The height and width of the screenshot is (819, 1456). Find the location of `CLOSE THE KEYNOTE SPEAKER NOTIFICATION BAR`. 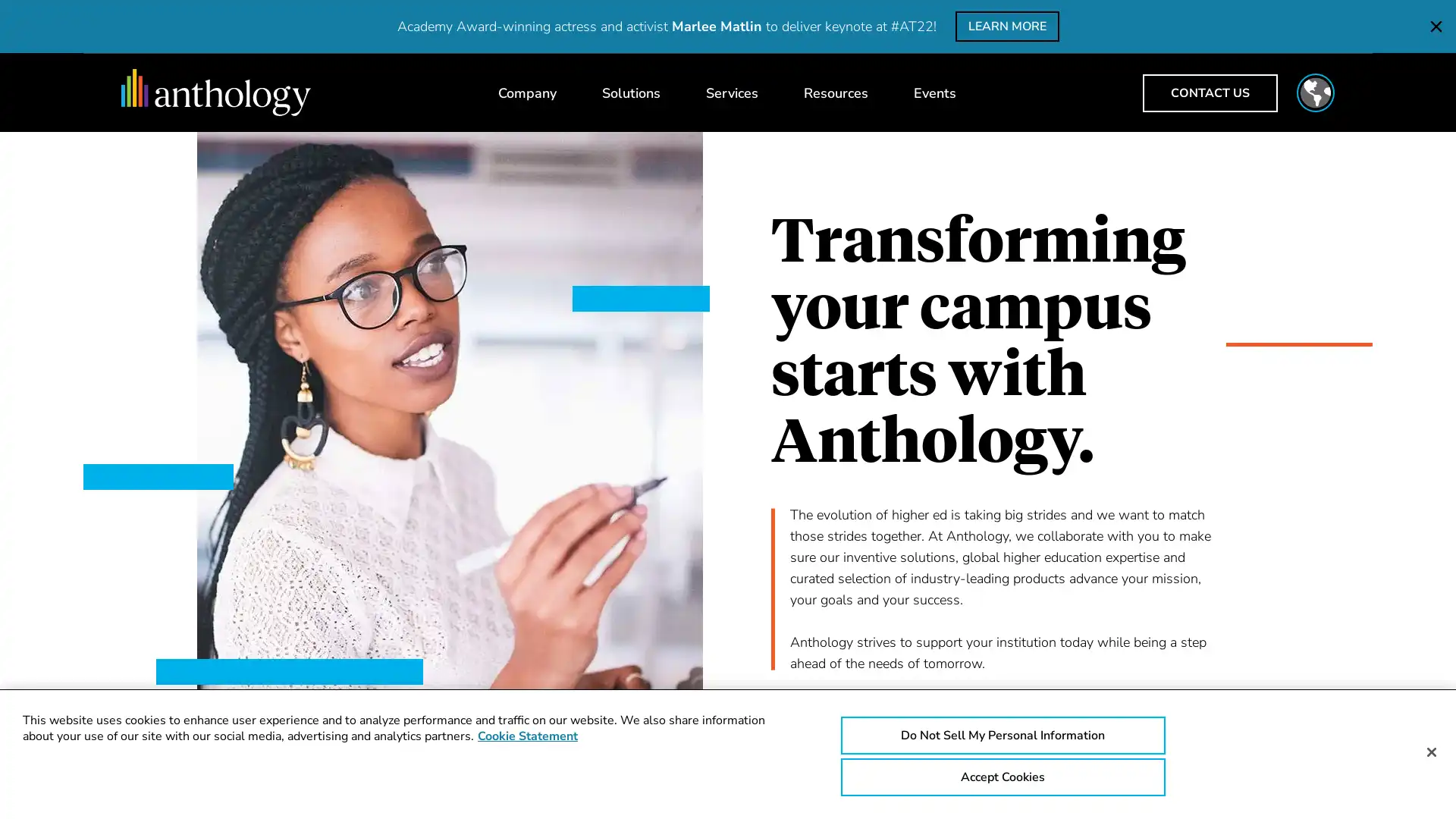

CLOSE THE KEYNOTE SPEAKER NOTIFICATION BAR is located at coordinates (1436, 26).